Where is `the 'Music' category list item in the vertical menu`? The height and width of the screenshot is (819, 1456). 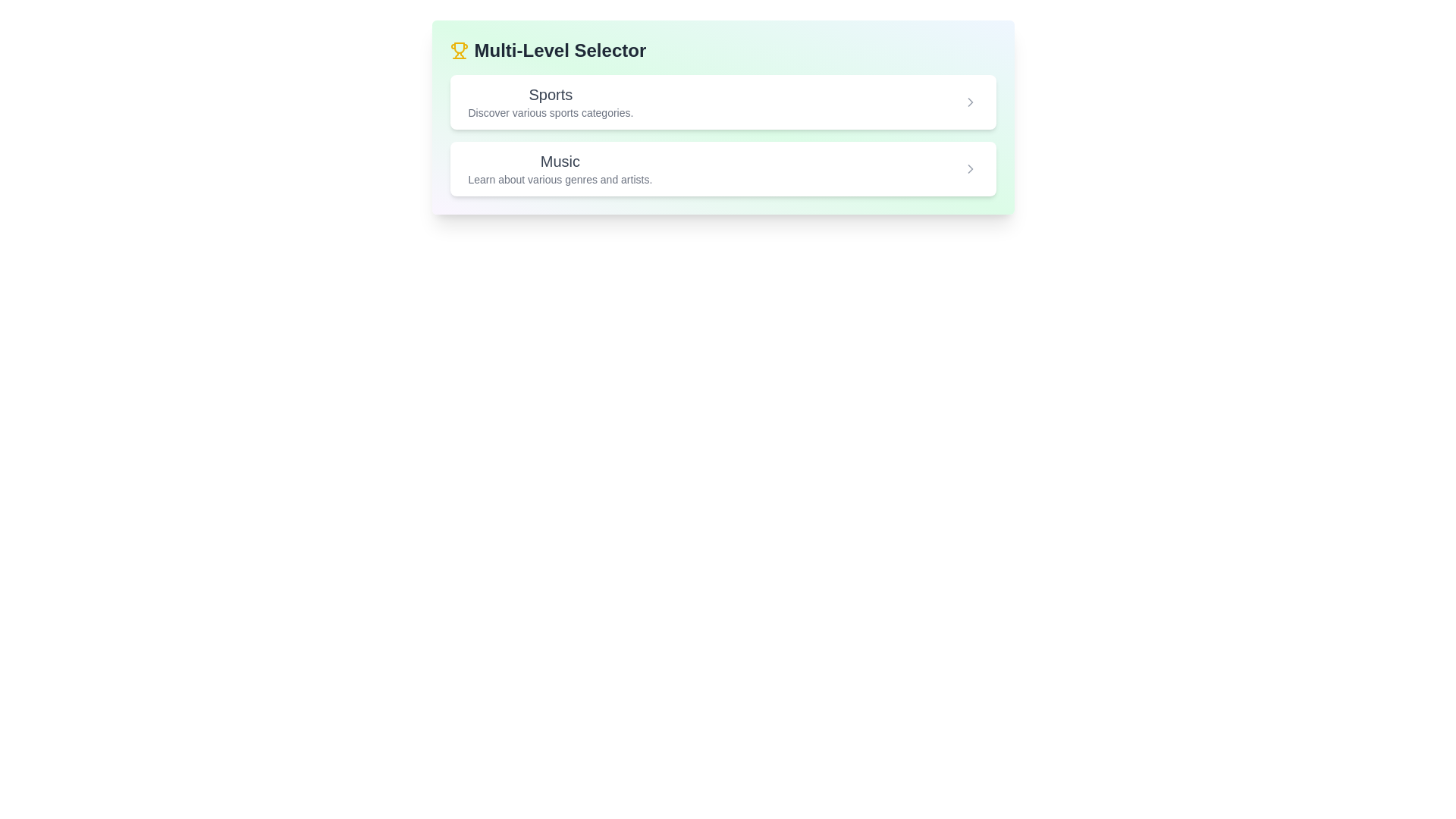
the 'Music' category list item in the vertical menu is located at coordinates (722, 169).